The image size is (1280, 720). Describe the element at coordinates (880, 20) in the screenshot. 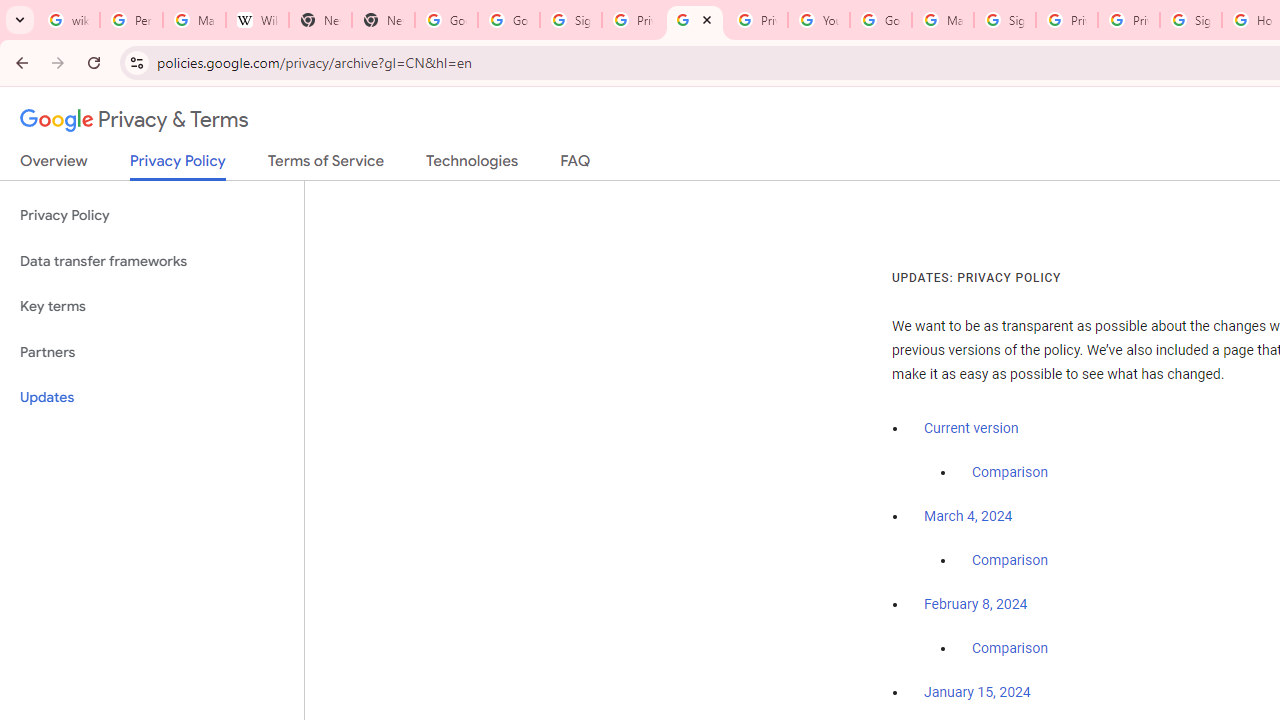

I see `'Google Account Help'` at that location.